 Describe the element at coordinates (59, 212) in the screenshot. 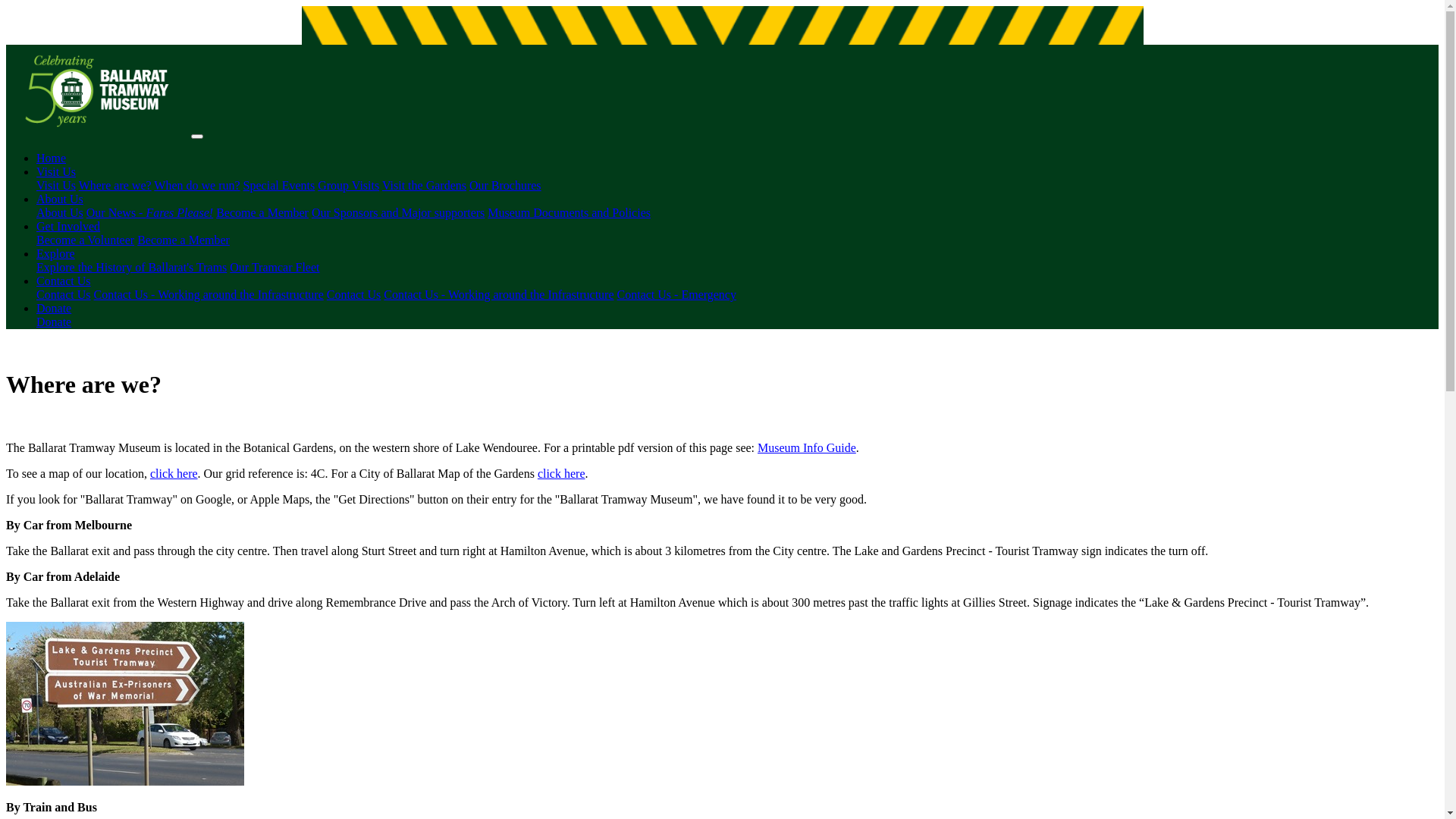

I see `'About Us'` at that location.